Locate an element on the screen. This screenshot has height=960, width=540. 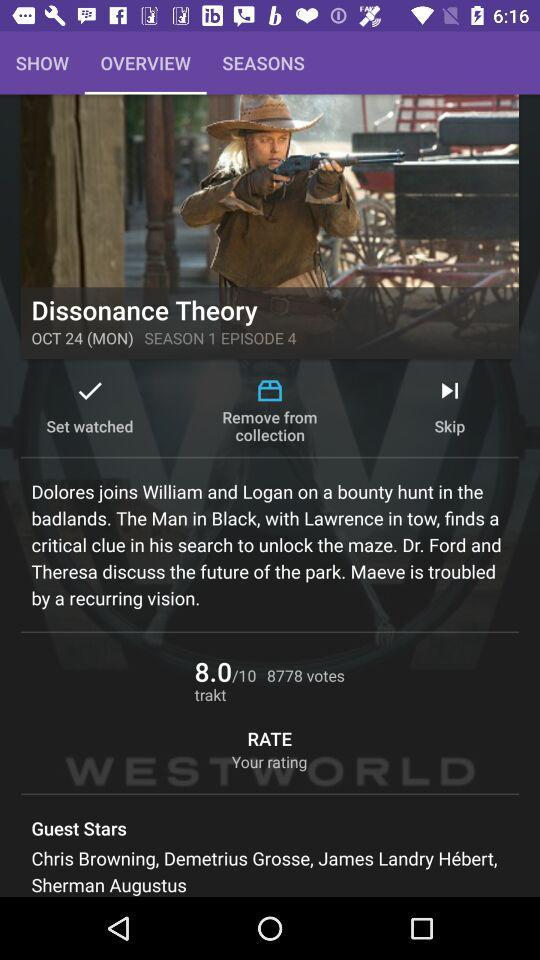
the icon below guest stars is located at coordinates (270, 870).